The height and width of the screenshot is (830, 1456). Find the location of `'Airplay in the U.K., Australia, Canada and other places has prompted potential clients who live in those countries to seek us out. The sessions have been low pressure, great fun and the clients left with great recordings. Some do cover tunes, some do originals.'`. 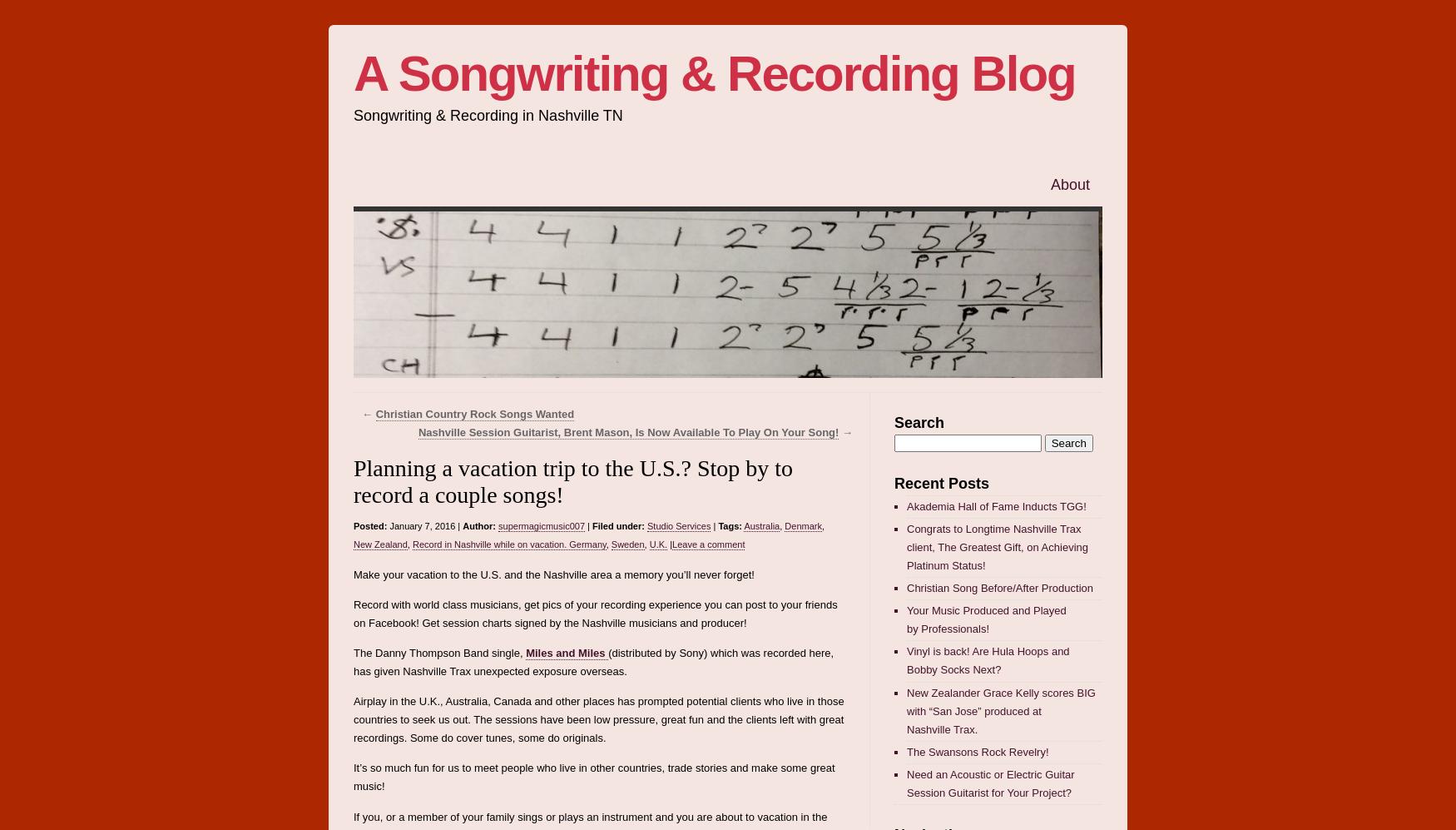

'Airplay in the U.K., Australia, Canada and other places has prompted potential clients who live in those countries to seek us out. The sessions have been low pressure, great fun and the clients left with great recordings. Some do cover tunes, some do originals.' is located at coordinates (353, 718).